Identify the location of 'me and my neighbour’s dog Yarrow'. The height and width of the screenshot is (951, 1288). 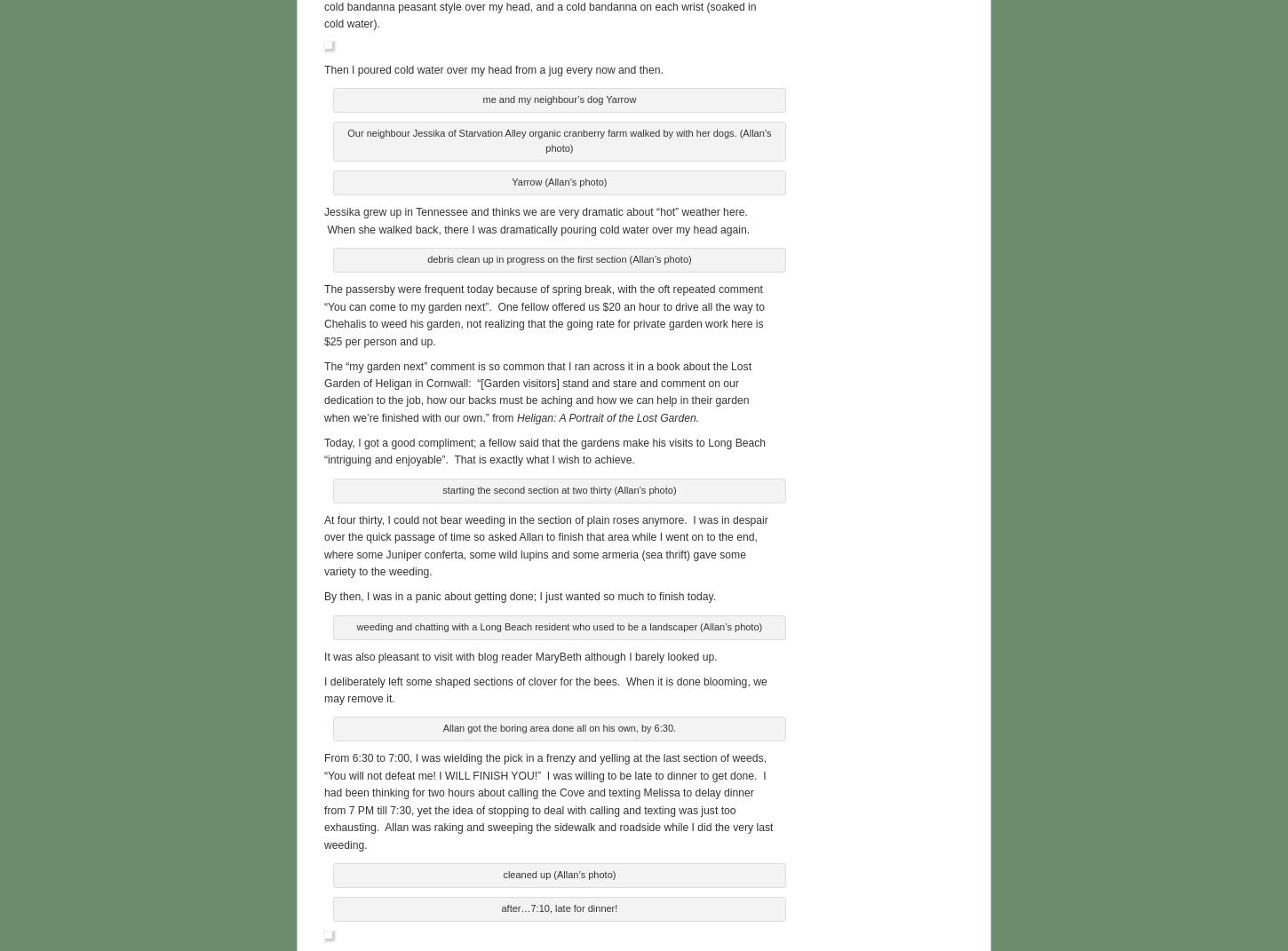
(558, 97).